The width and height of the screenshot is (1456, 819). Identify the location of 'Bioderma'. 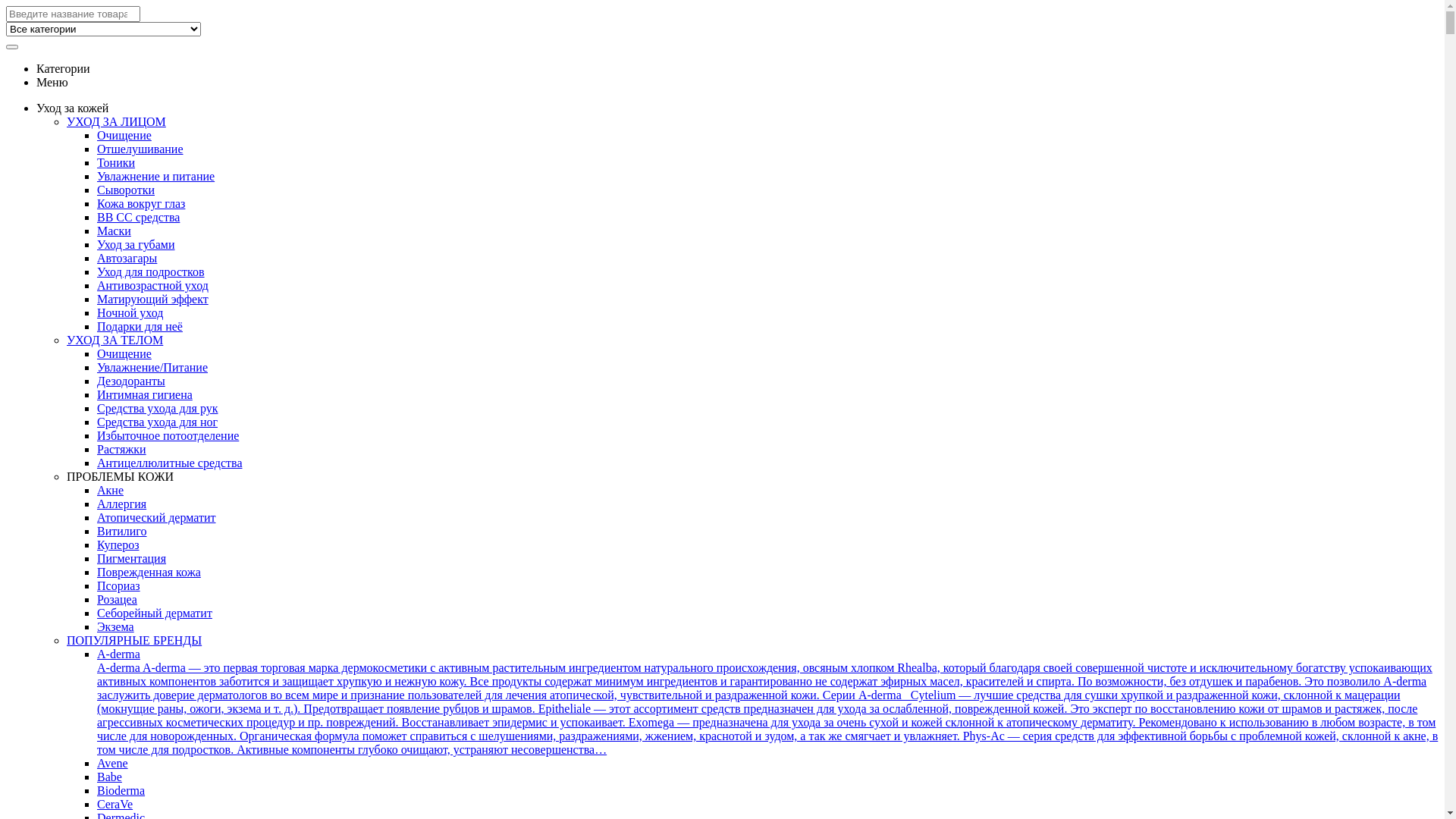
(120, 789).